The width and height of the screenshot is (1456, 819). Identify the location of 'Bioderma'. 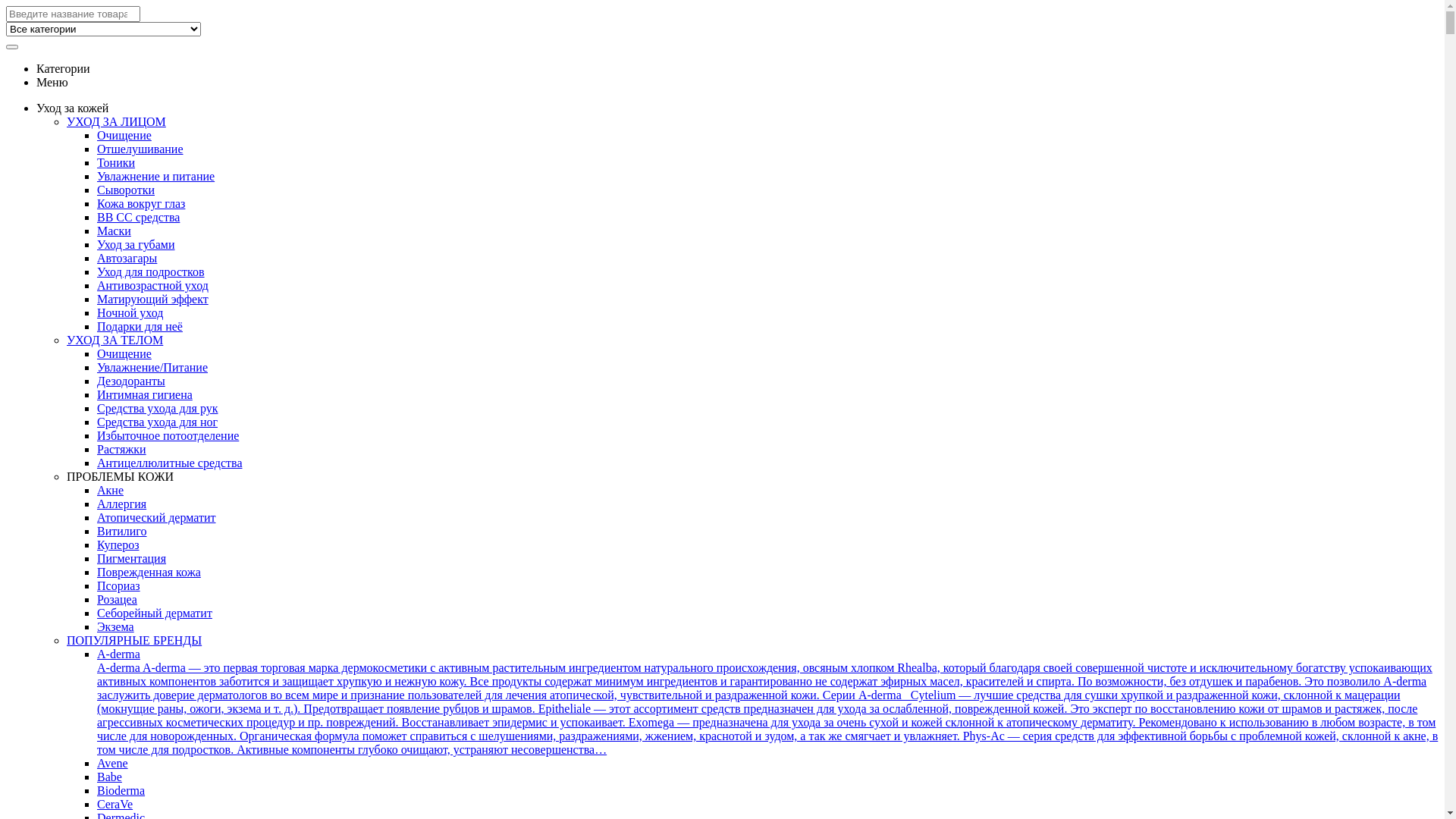
(120, 789).